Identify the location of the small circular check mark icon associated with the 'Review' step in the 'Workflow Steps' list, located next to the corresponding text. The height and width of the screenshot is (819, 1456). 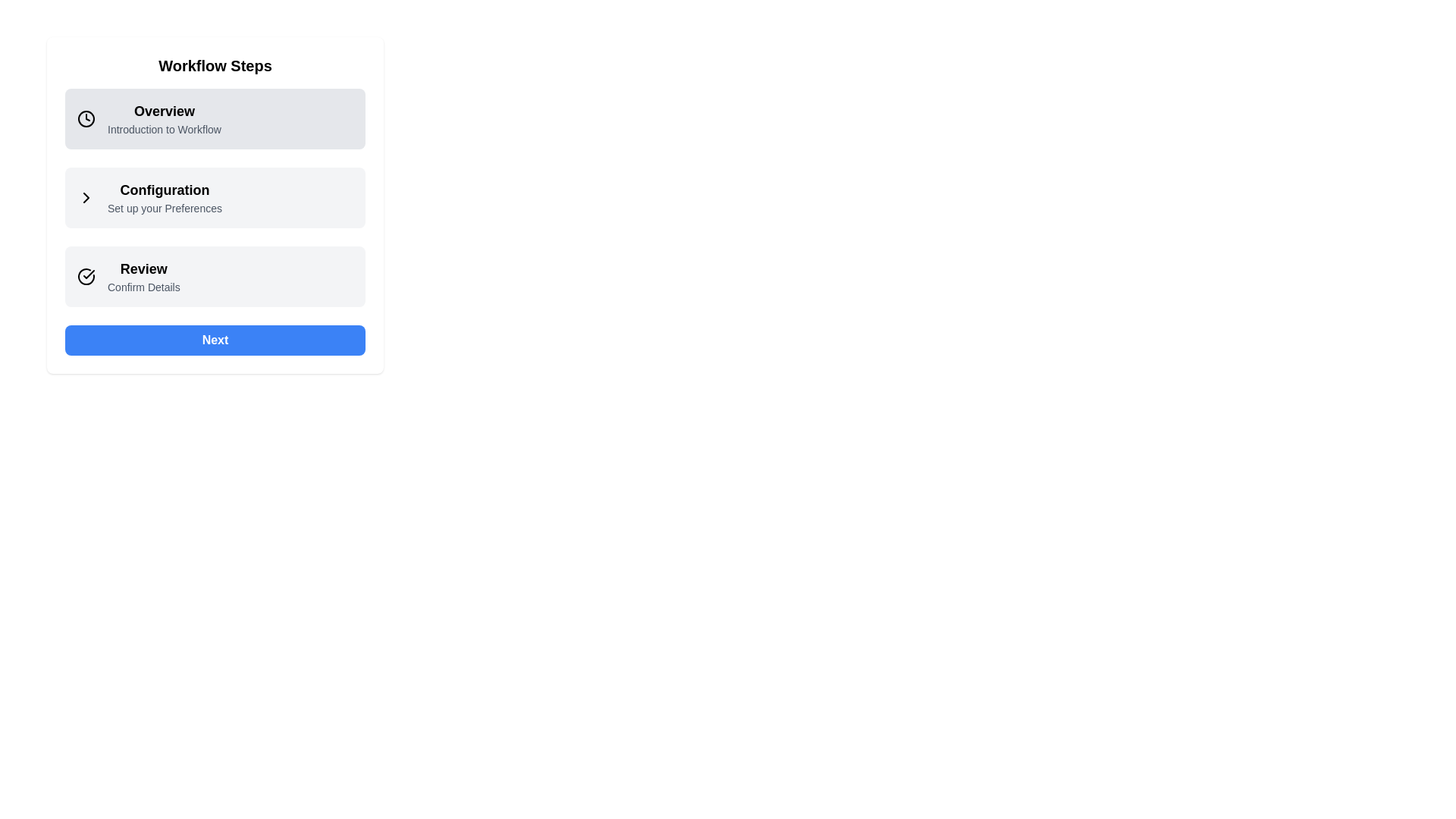
(86, 277).